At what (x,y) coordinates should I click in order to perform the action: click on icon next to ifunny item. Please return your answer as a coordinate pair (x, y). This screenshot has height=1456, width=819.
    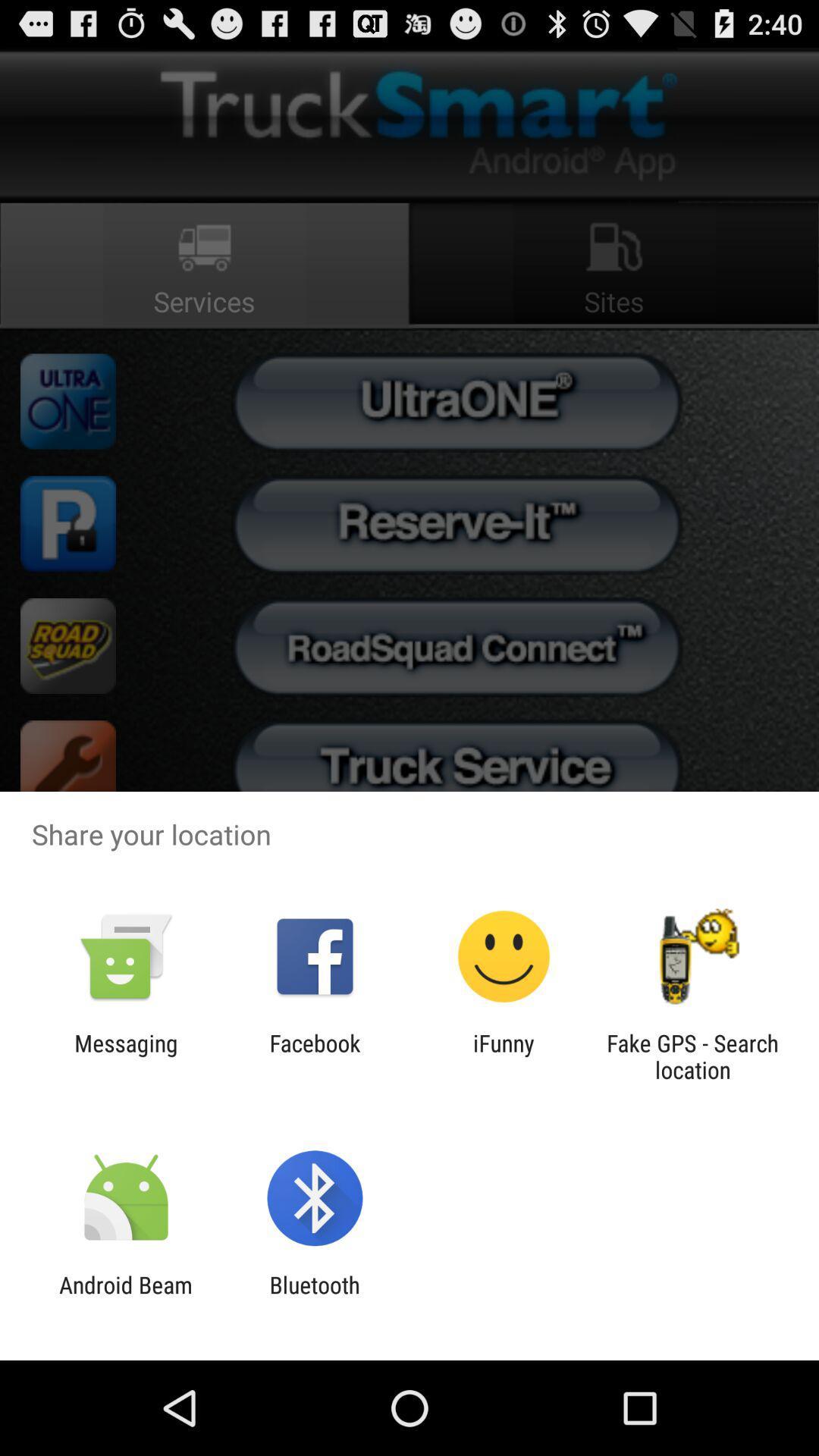
    Looking at the image, I should click on (314, 1056).